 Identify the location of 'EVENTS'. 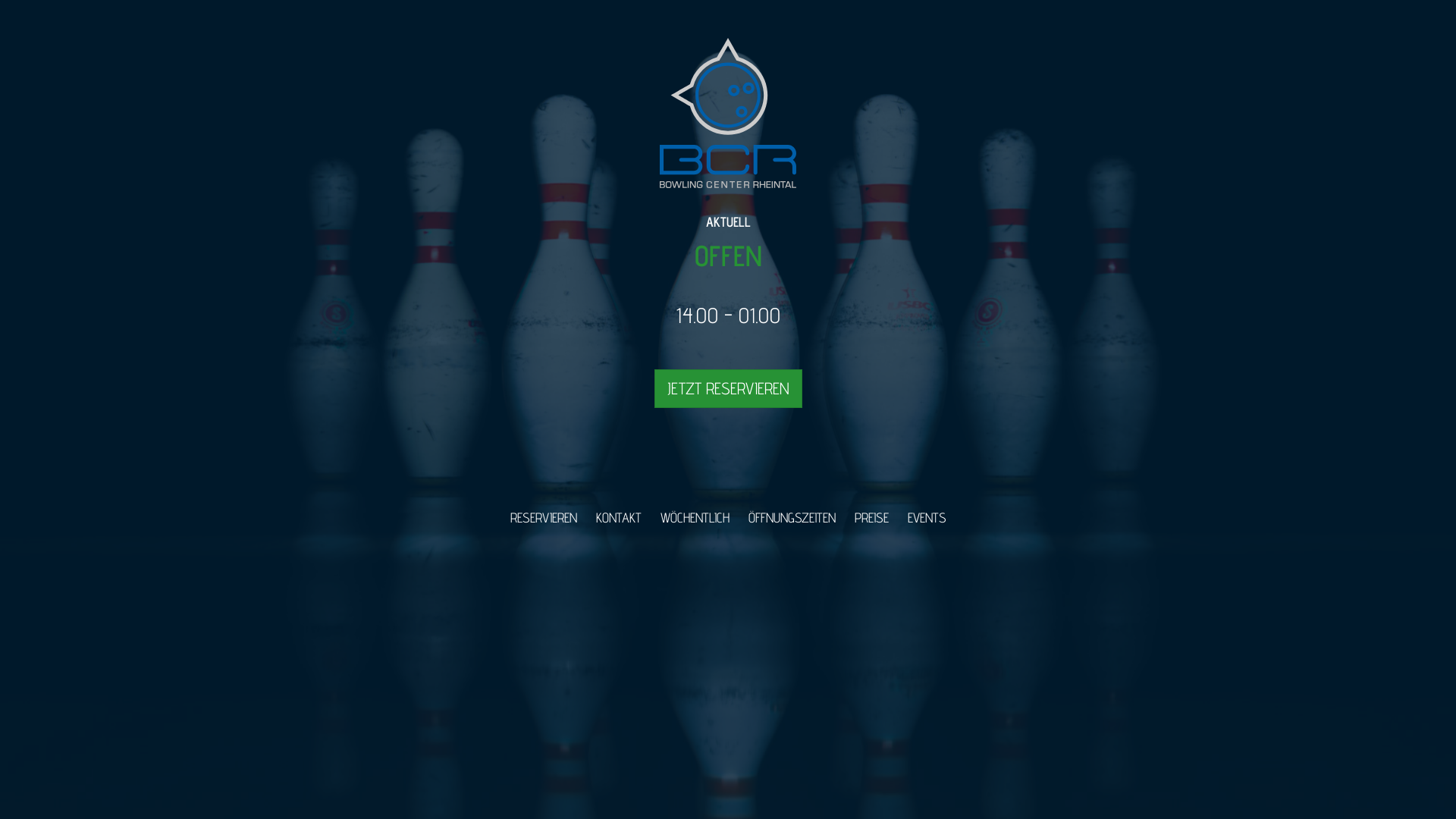
(925, 516).